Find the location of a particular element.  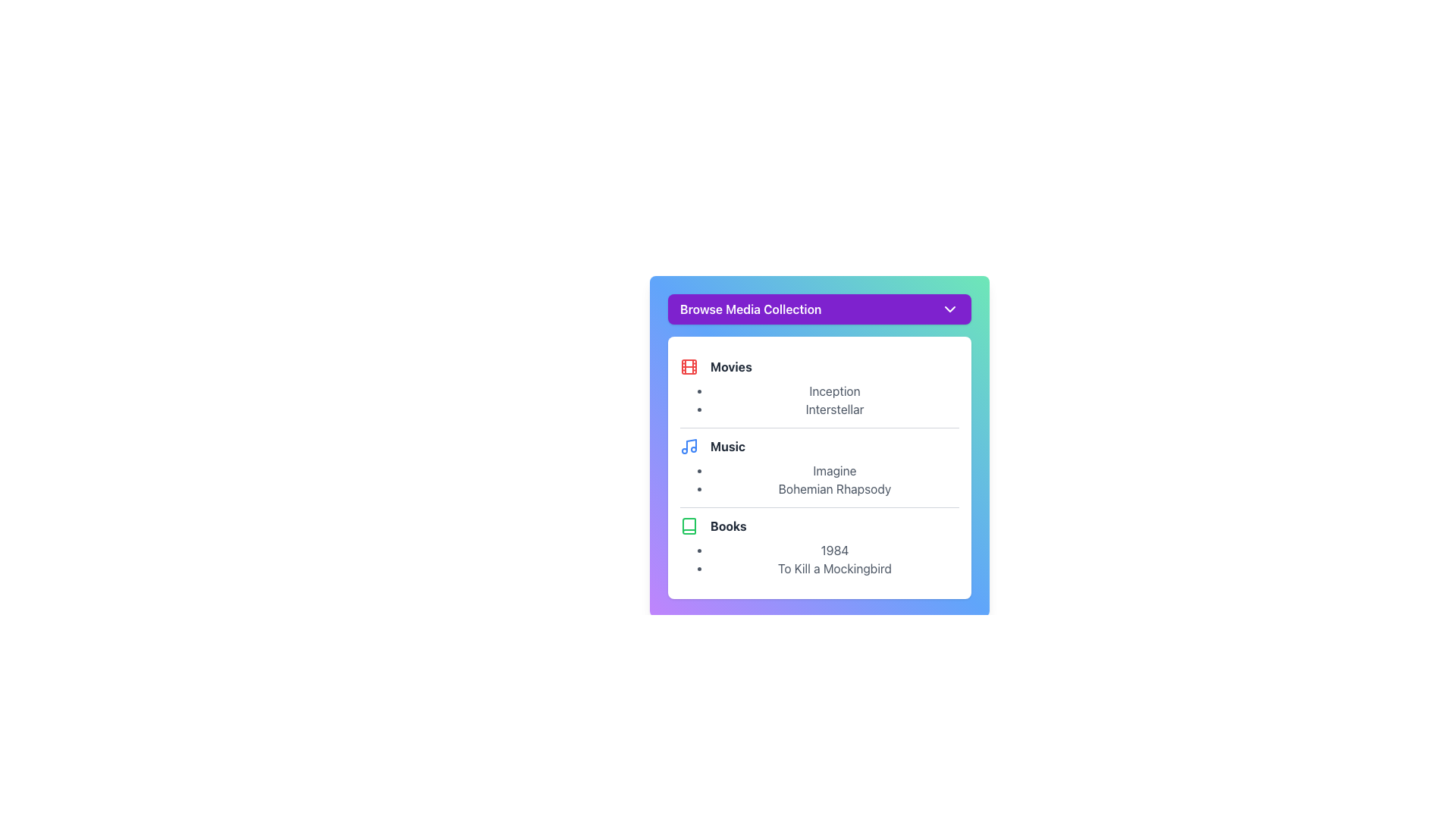

the 'Music' section of the Categorized content display panel labeled 'Browse Media Collection' which is centrally located and features a gradient design with sections for Movies, Music, and Books is located at coordinates (818, 446).